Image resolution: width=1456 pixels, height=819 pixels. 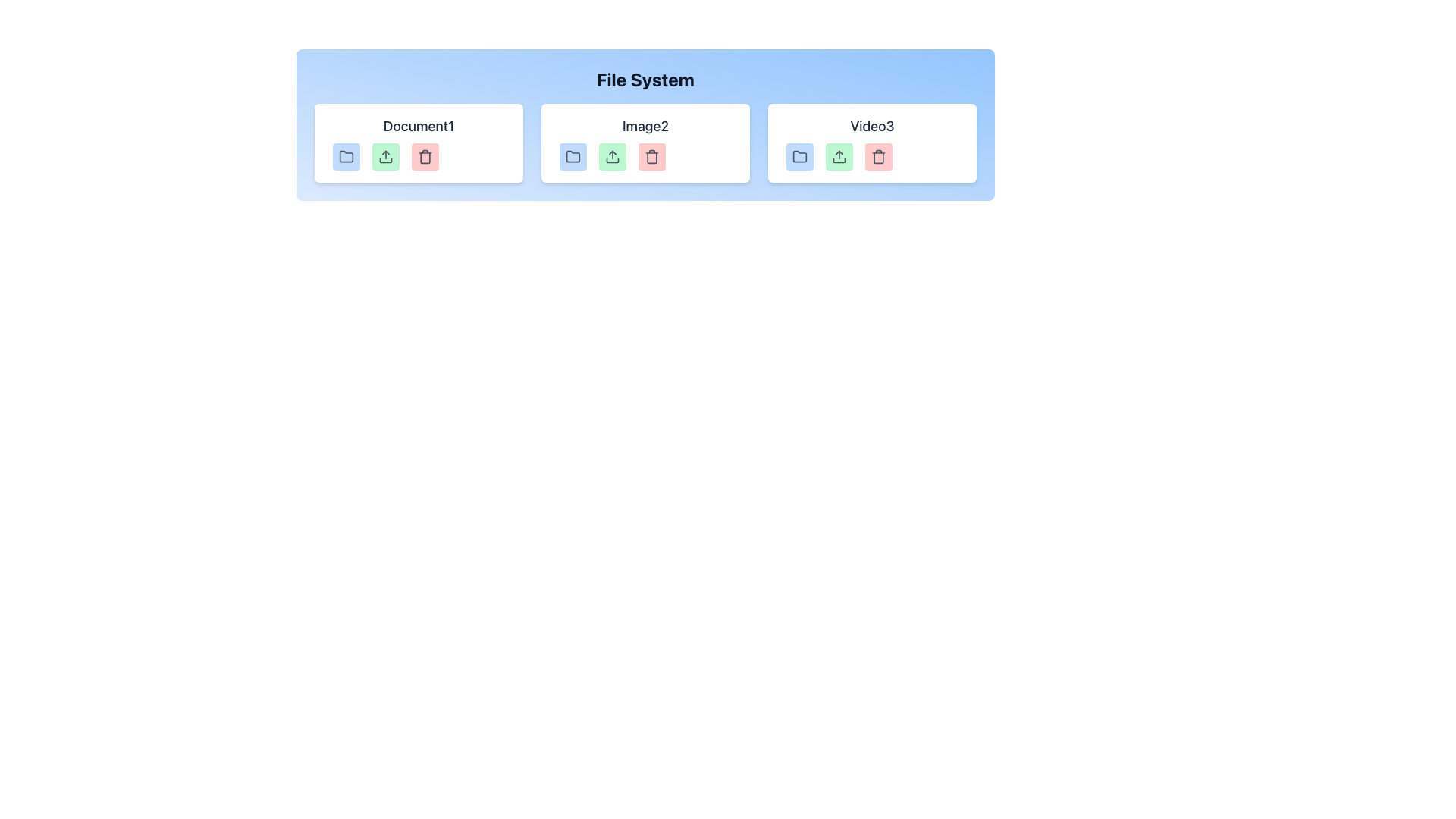 What do you see at coordinates (345, 155) in the screenshot?
I see `the folder-shaped icon with a blue outline located` at bounding box center [345, 155].